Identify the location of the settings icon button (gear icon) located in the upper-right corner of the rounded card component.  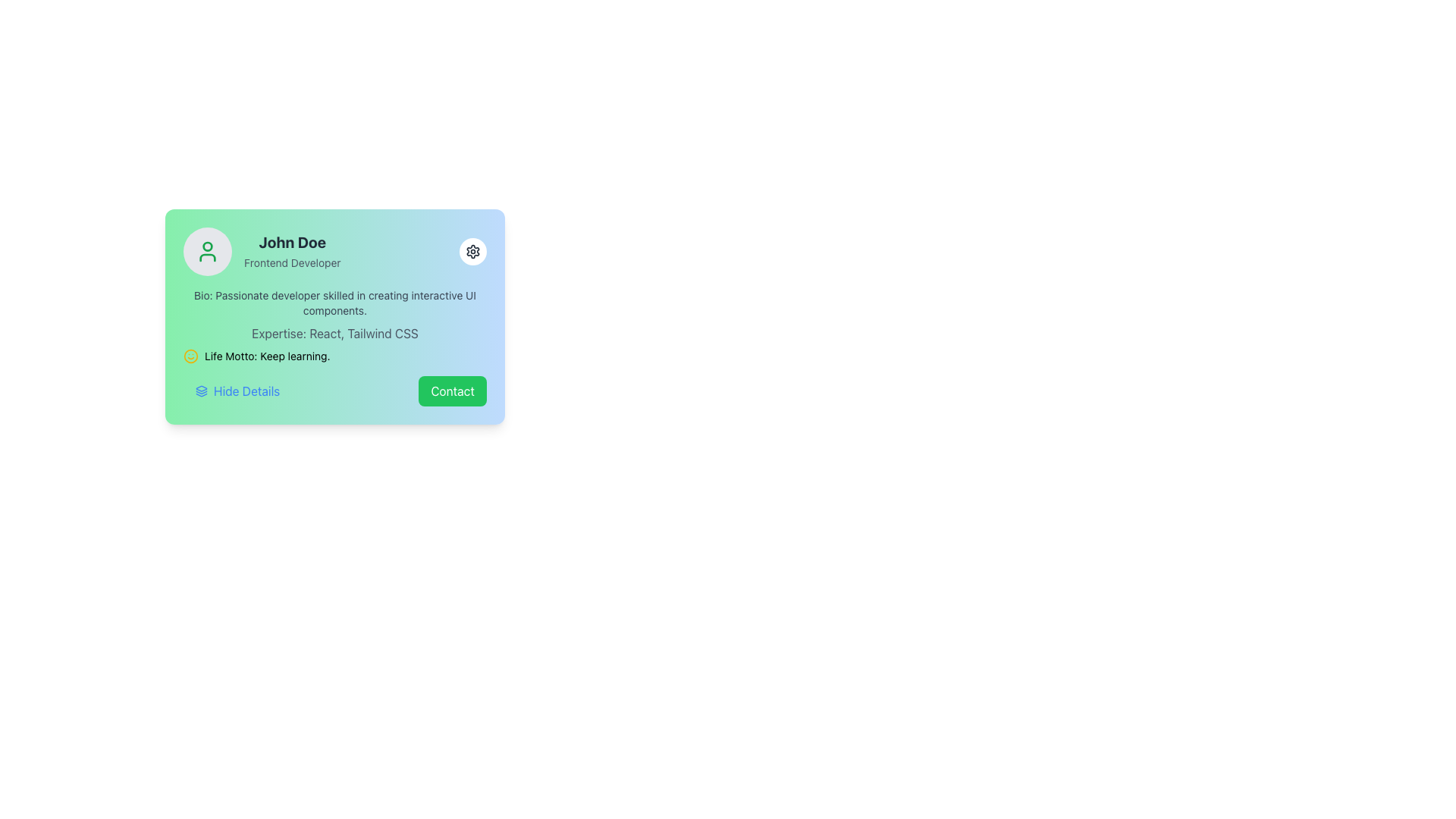
(472, 250).